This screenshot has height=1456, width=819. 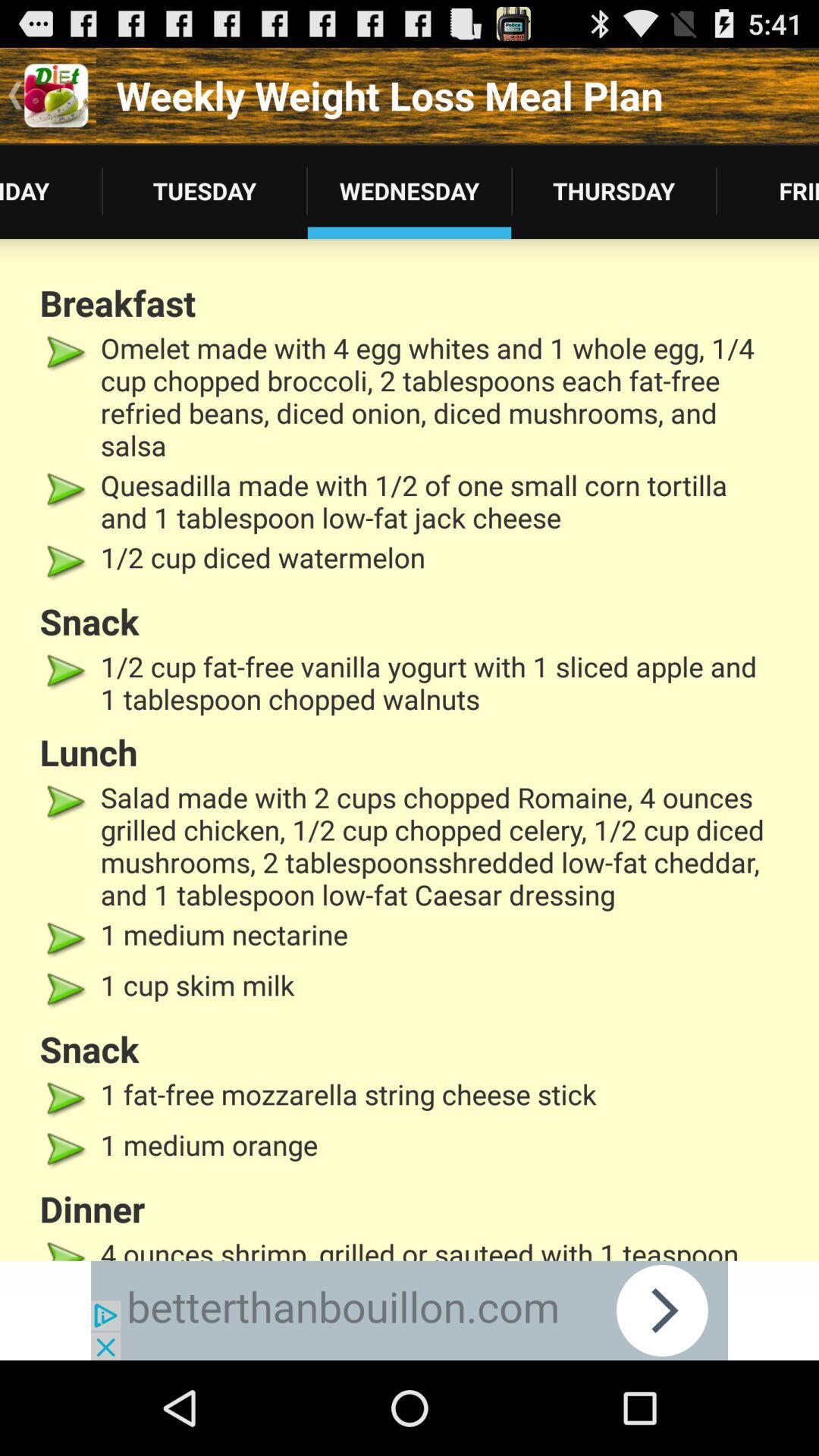 What do you see at coordinates (409, 1310) in the screenshot?
I see `share article` at bounding box center [409, 1310].